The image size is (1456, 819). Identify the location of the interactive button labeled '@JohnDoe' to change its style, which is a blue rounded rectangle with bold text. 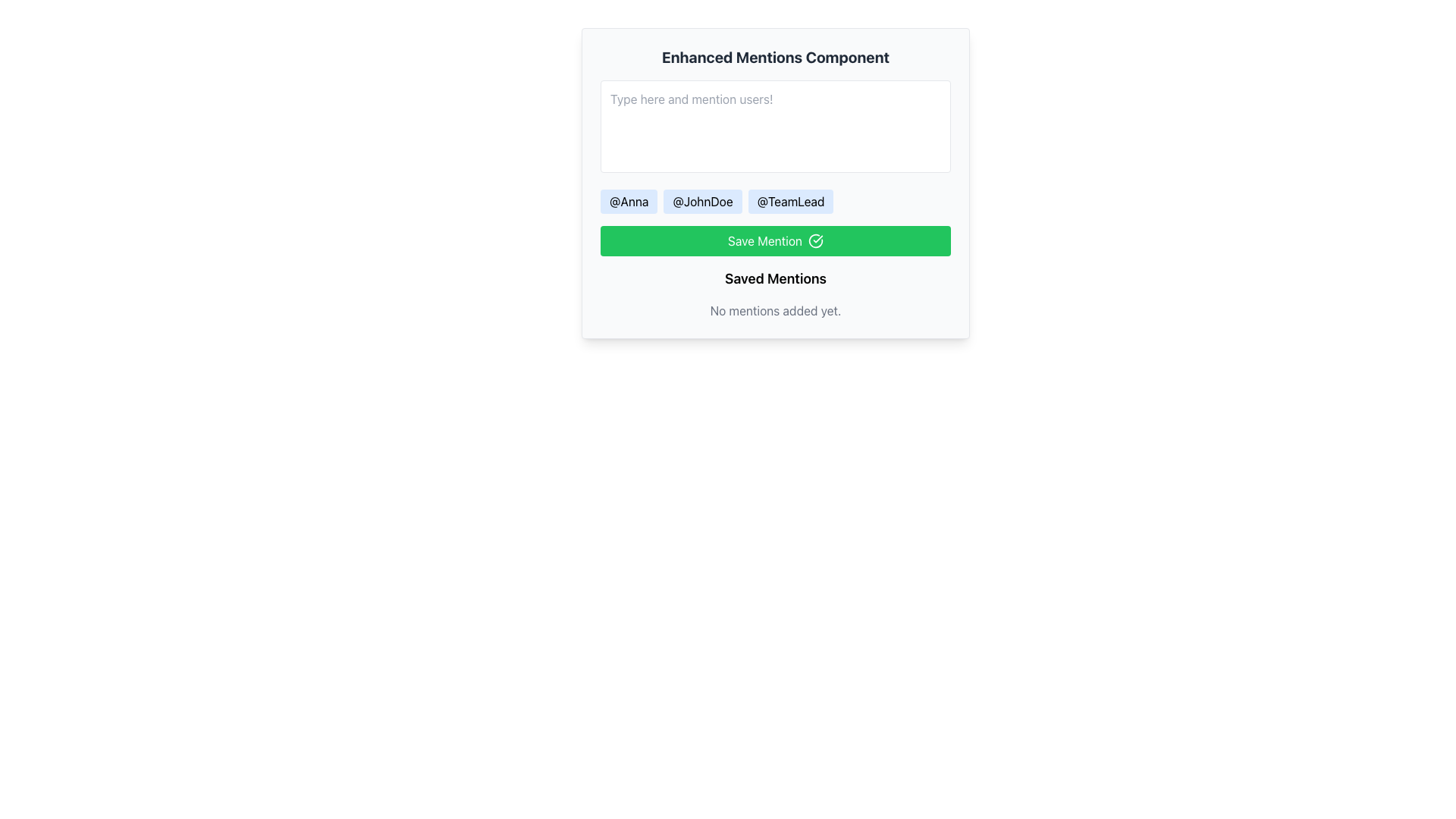
(701, 201).